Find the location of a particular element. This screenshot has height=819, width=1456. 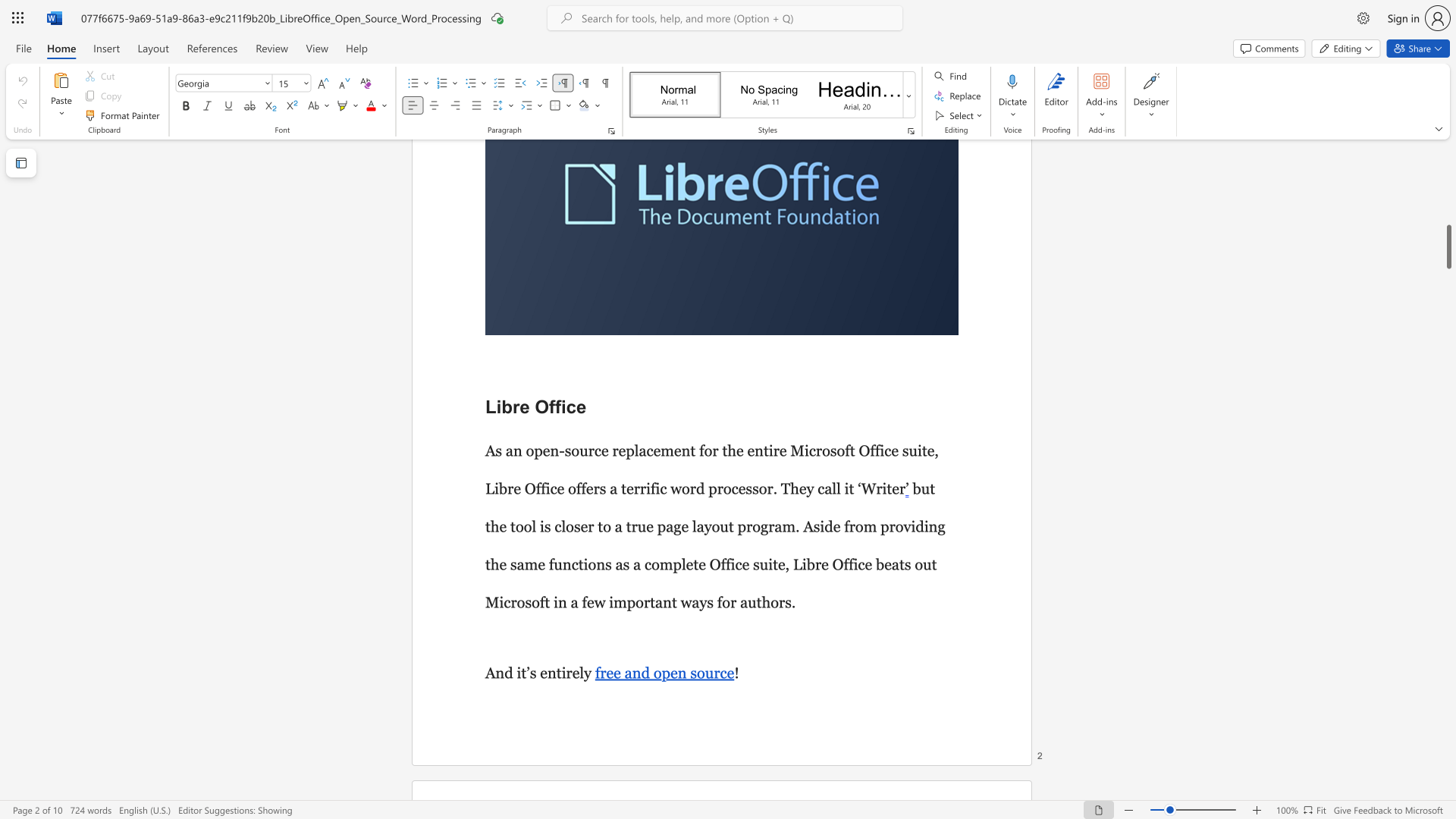

the 2th character "e" in the text is located at coordinates (575, 672).